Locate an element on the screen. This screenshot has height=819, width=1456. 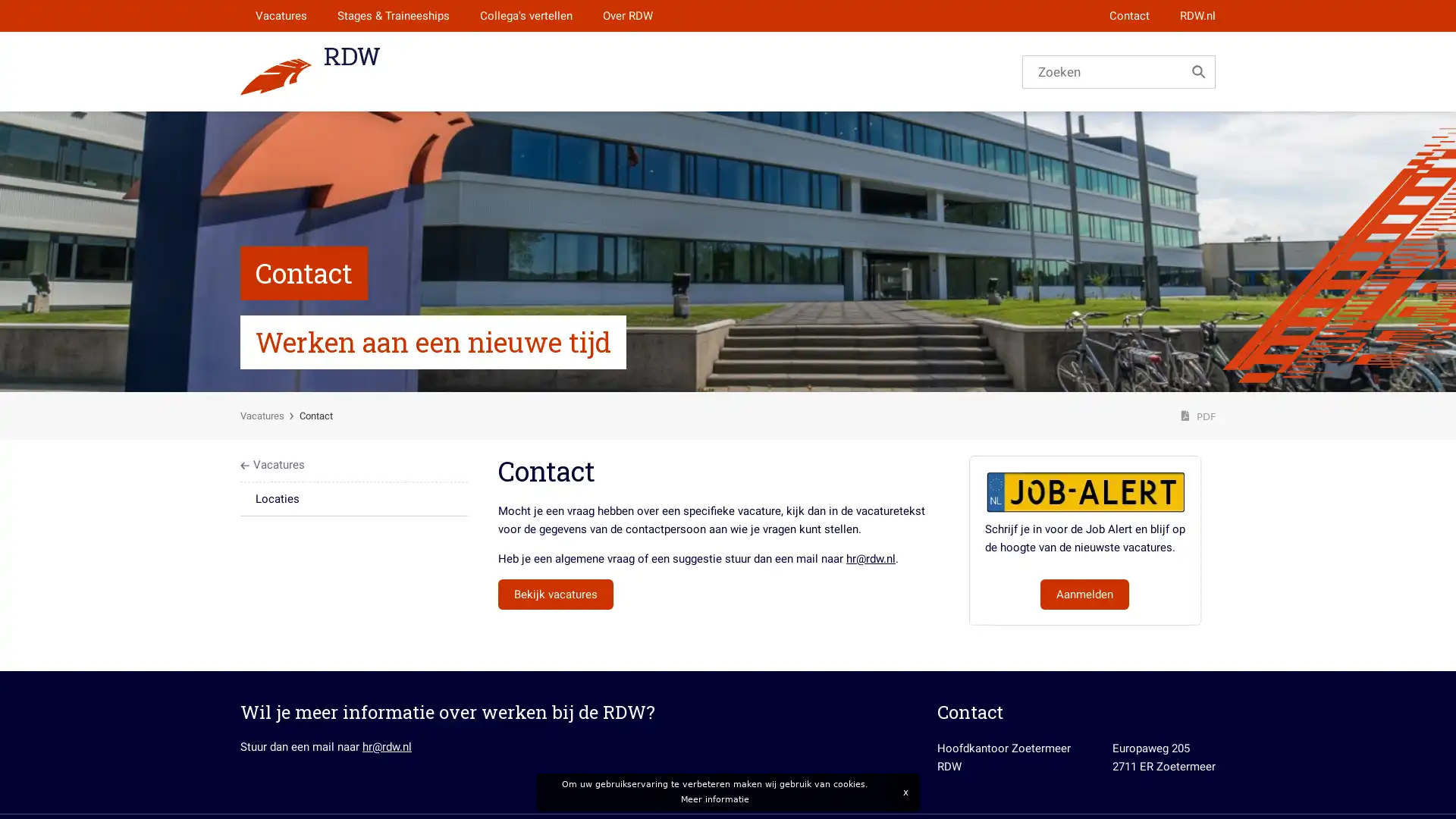
Sluiten is located at coordinates (905, 792).